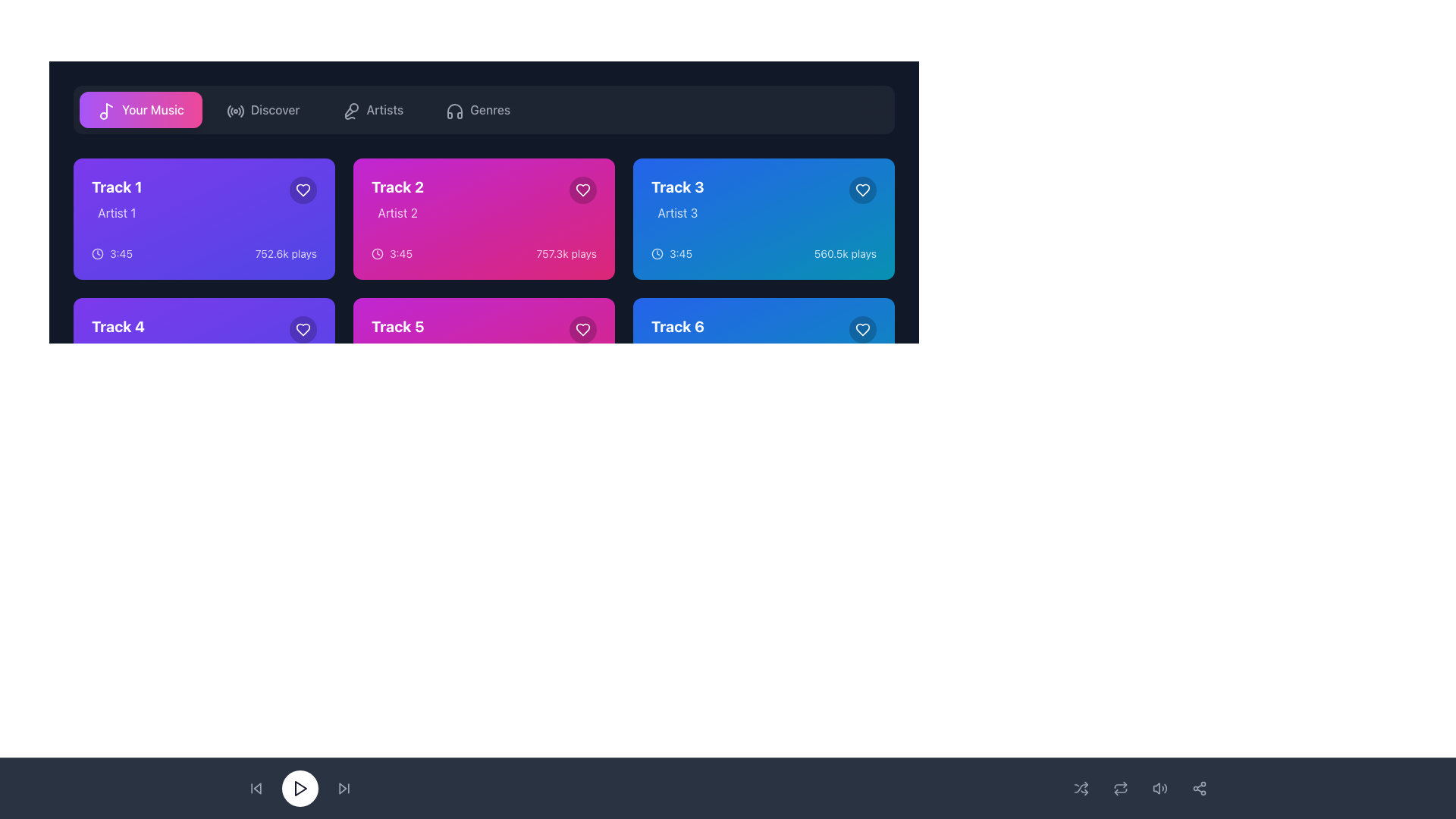 This screenshot has height=819, width=1456. What do you see at coordinates (582, 329) in the screenshot?
I see `the heart-shaped icon in the top-right corner of the card labeled 'Track 5' to mark it as favorite` at bounding box center [582, 329].